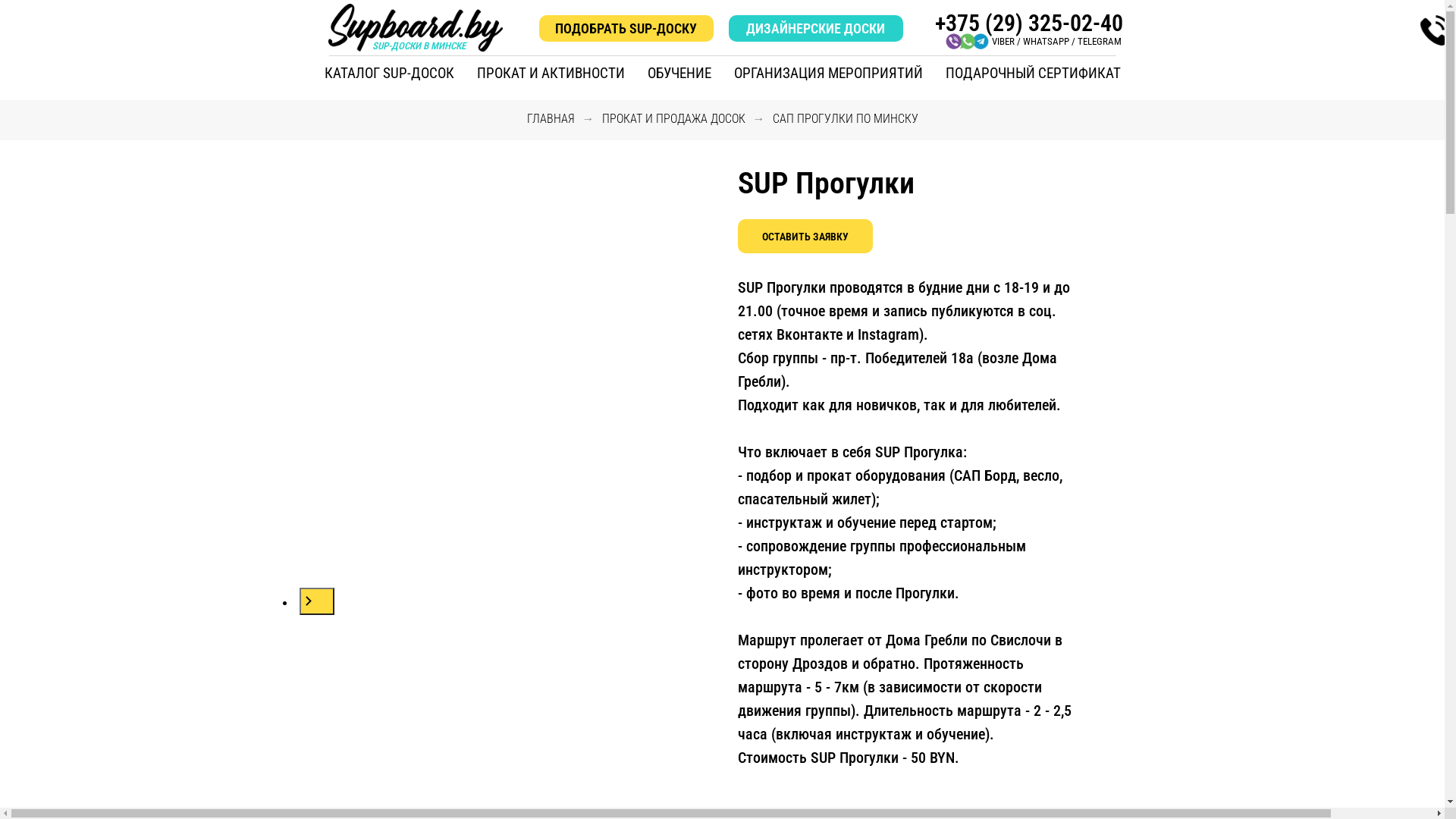 The width and height of the screenshot is (1456, 819). I want to click on '+375 (29) 325-02-40', so click(1028, 23).